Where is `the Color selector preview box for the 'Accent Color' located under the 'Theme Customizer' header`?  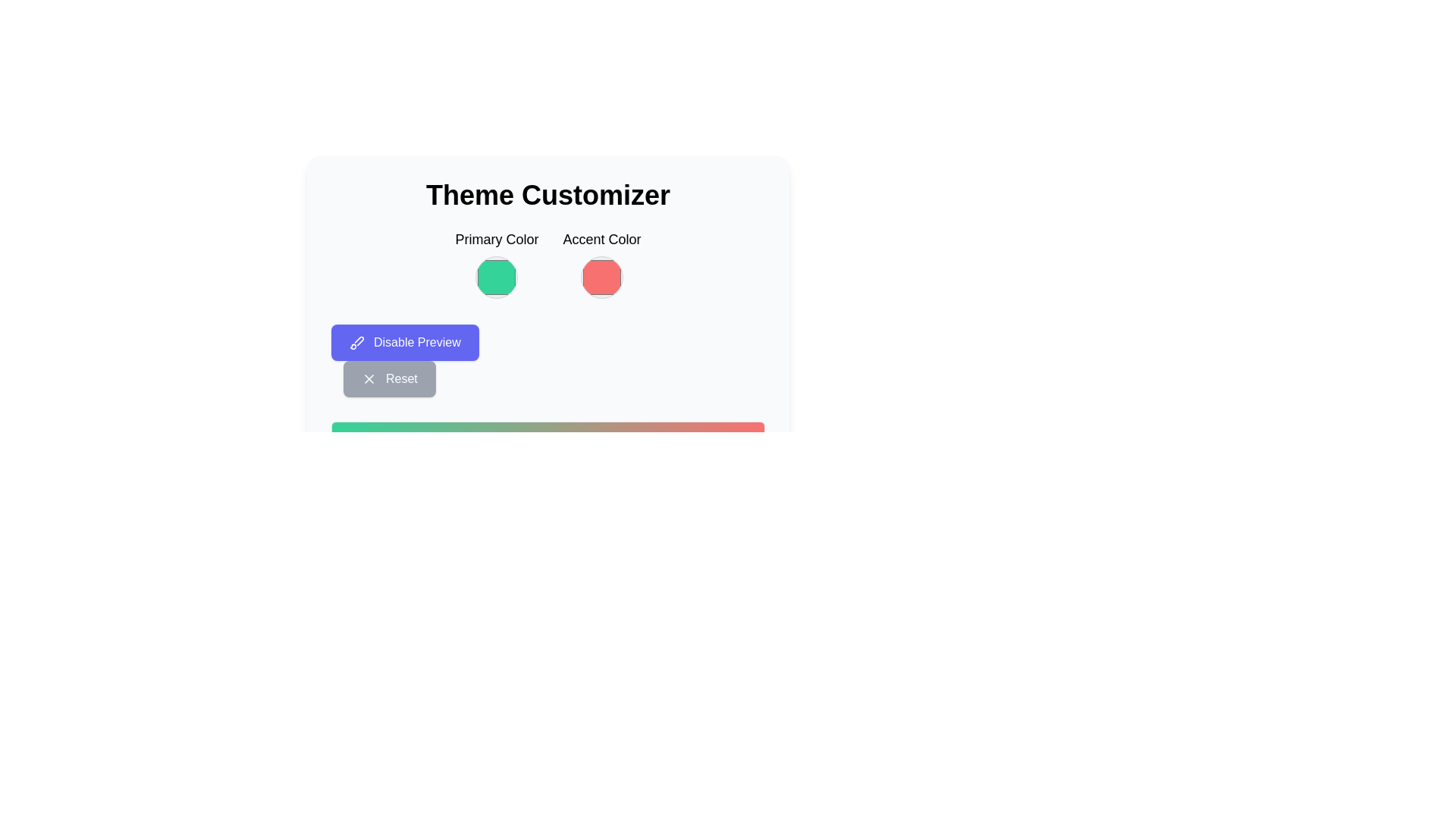 the Color selector preview box for the 'Accent Color' located under the 'Theme Customizer' header is located at coordinates (601, 263).